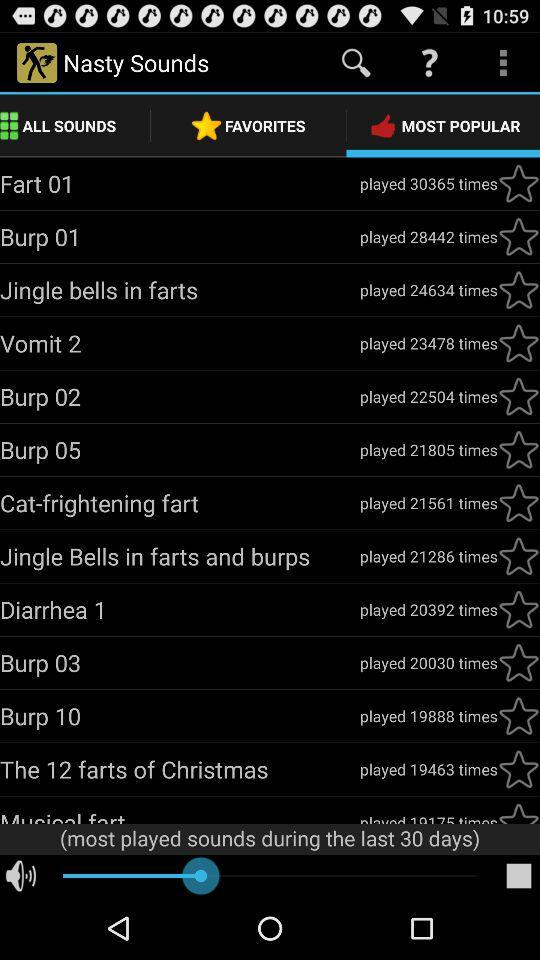 This screenshot has width=540, height=960. I want to click on icon below the jingle bells in app, so click(179, 608).